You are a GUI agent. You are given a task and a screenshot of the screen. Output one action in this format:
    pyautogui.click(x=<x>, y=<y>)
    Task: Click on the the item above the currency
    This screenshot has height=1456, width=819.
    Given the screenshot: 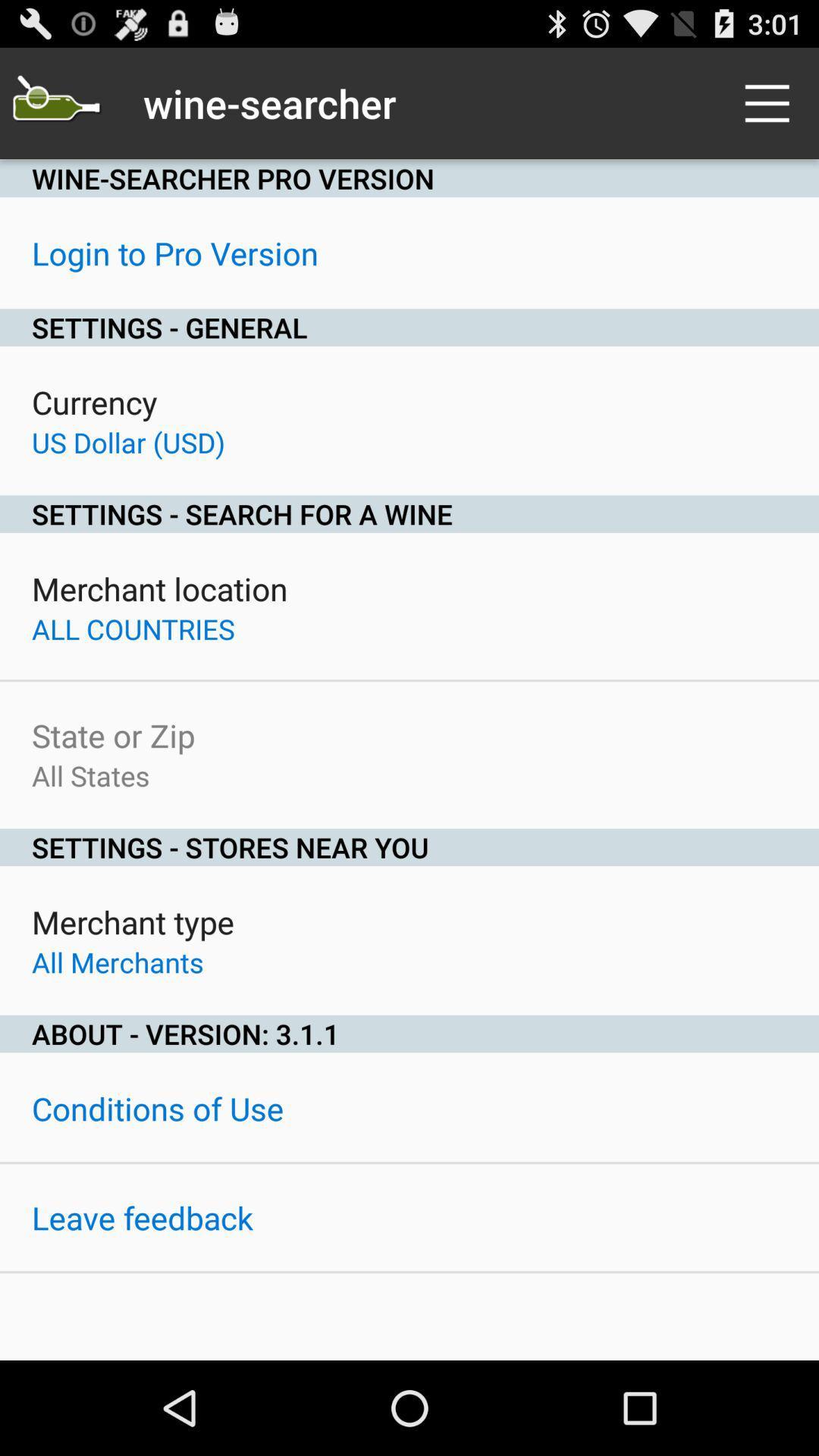 What is the action you would take?
    pyautogui.click(x=409, y=327)
    